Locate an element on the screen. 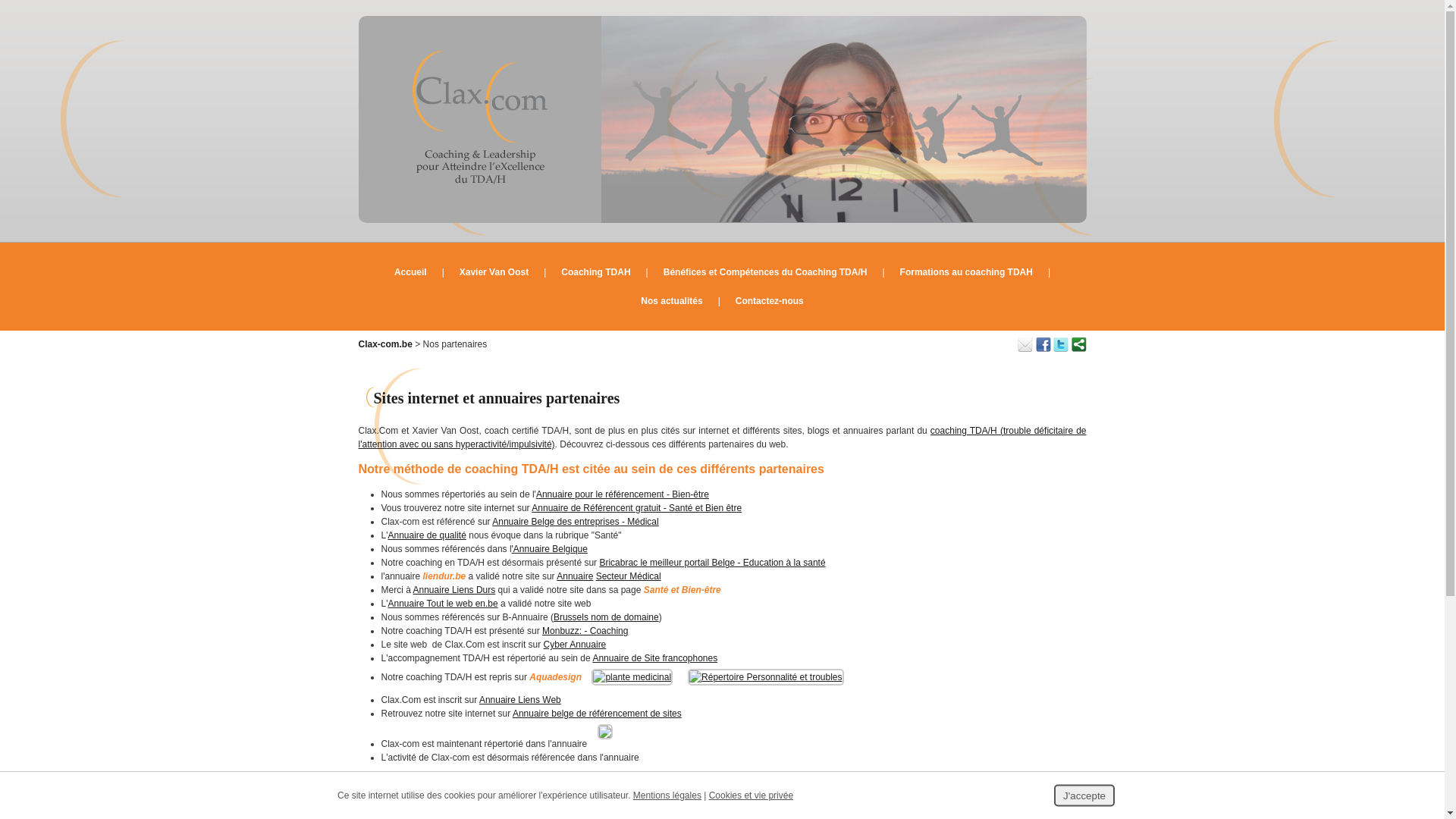 This screenshot has width=1456, height=819. 'Annuaire Liens Durs' is located at coordinates (453, 589).